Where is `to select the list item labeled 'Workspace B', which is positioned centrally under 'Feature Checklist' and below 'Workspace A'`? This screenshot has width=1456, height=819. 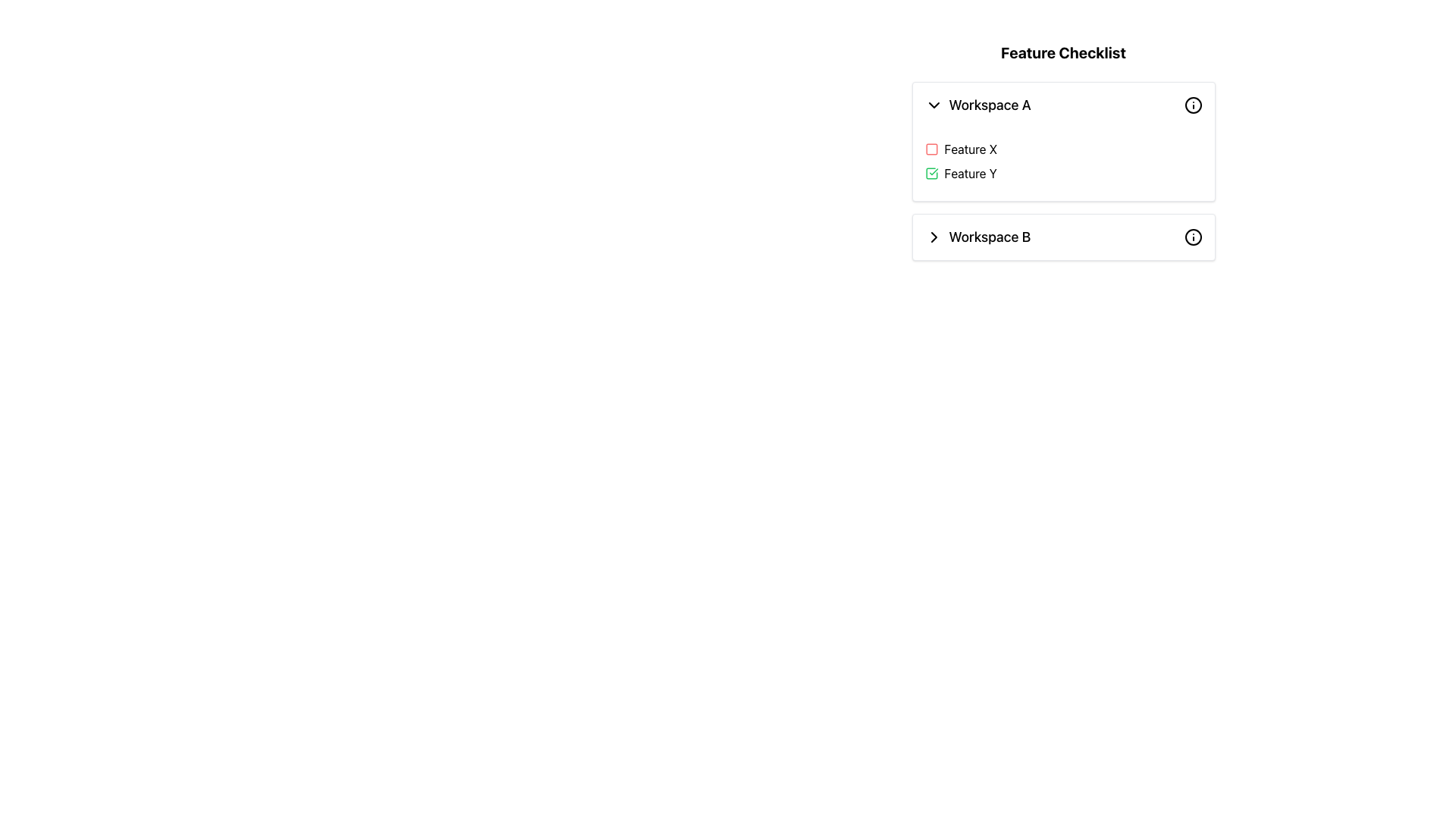 to select the list item labeled 'Workspace B', which is positioned centrally under 'Feature Checklist' and below 'Workspace A' is located at coordinates (977, 237).